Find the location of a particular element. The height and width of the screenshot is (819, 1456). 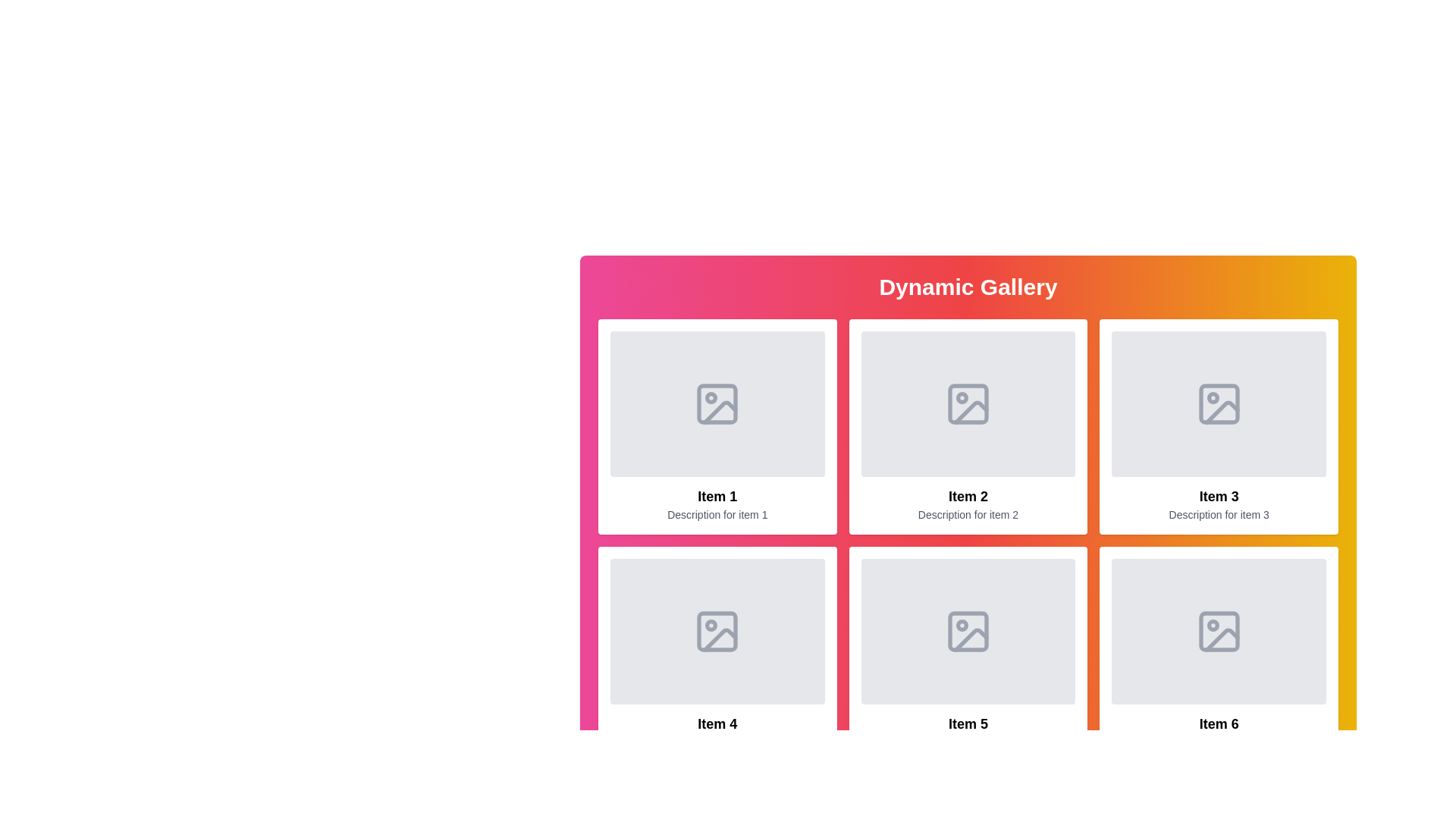

the Circle decoration within the photo frame icon located in the fifth item of the six-item grid is located at coordinates (961, 626).